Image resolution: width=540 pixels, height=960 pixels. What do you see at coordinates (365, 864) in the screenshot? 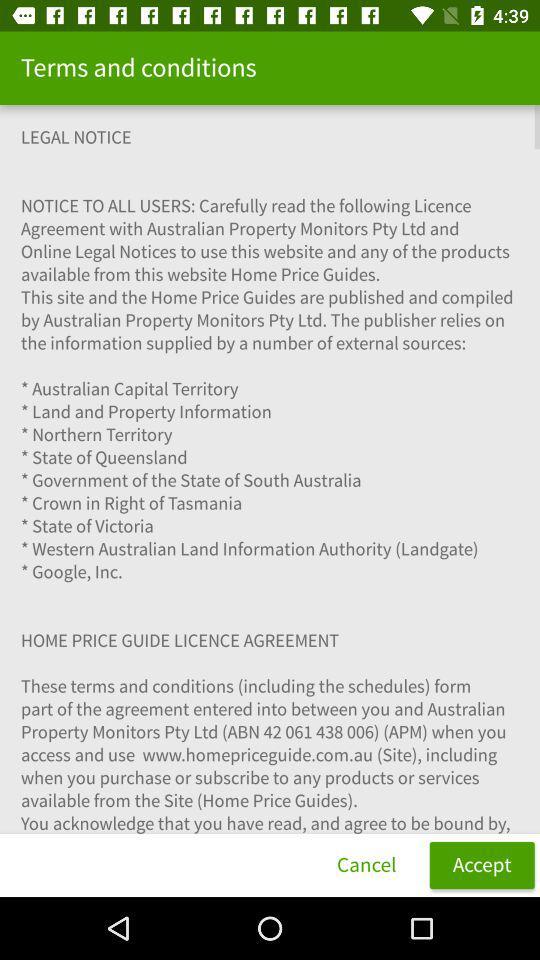
I see `cancel` at bounding box center [365, 864].